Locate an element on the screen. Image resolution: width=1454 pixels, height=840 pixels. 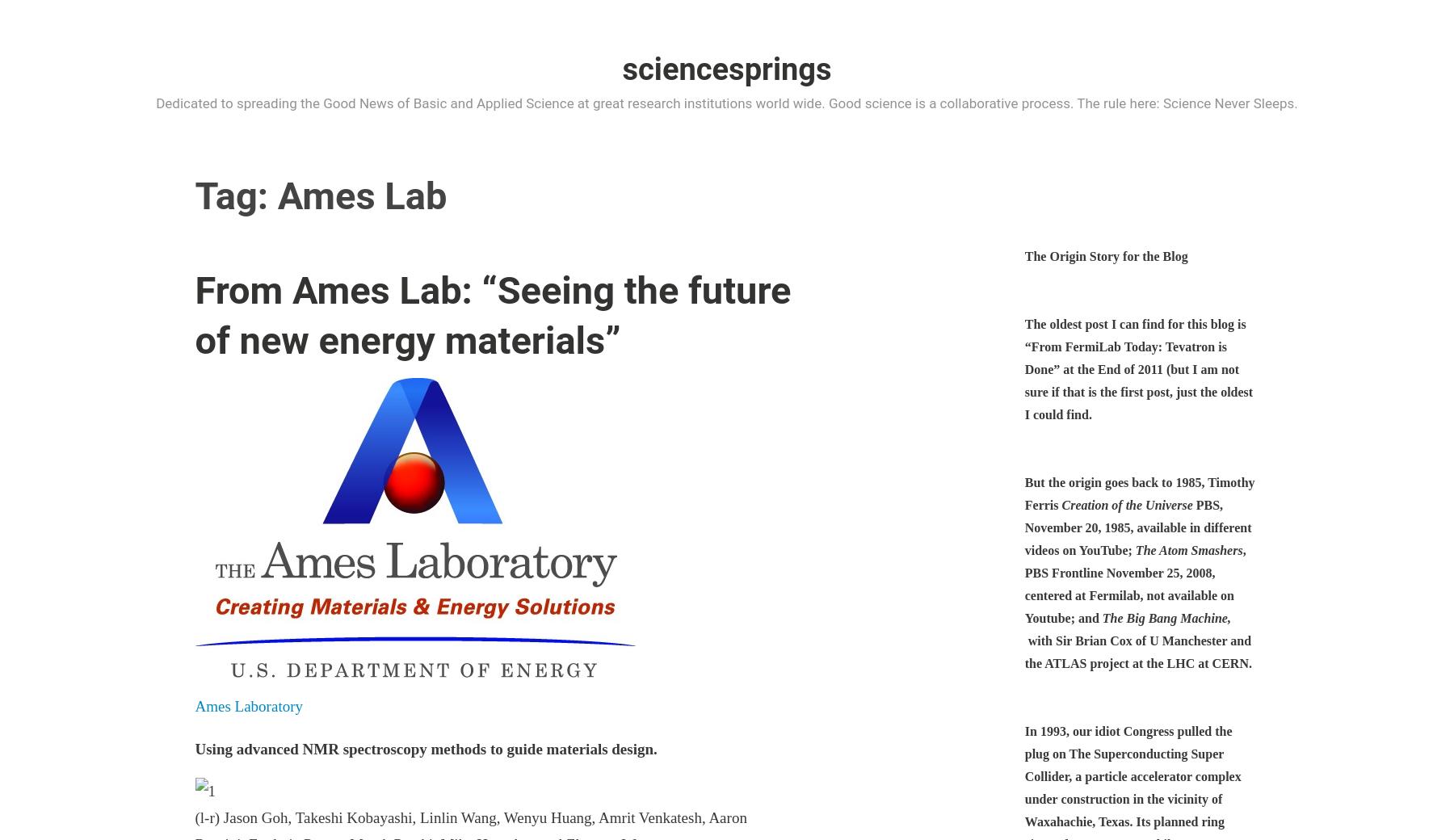
'PBS, November 20, 1985, available in different videos on YouTube;' is located at coordinates (1137, 527).